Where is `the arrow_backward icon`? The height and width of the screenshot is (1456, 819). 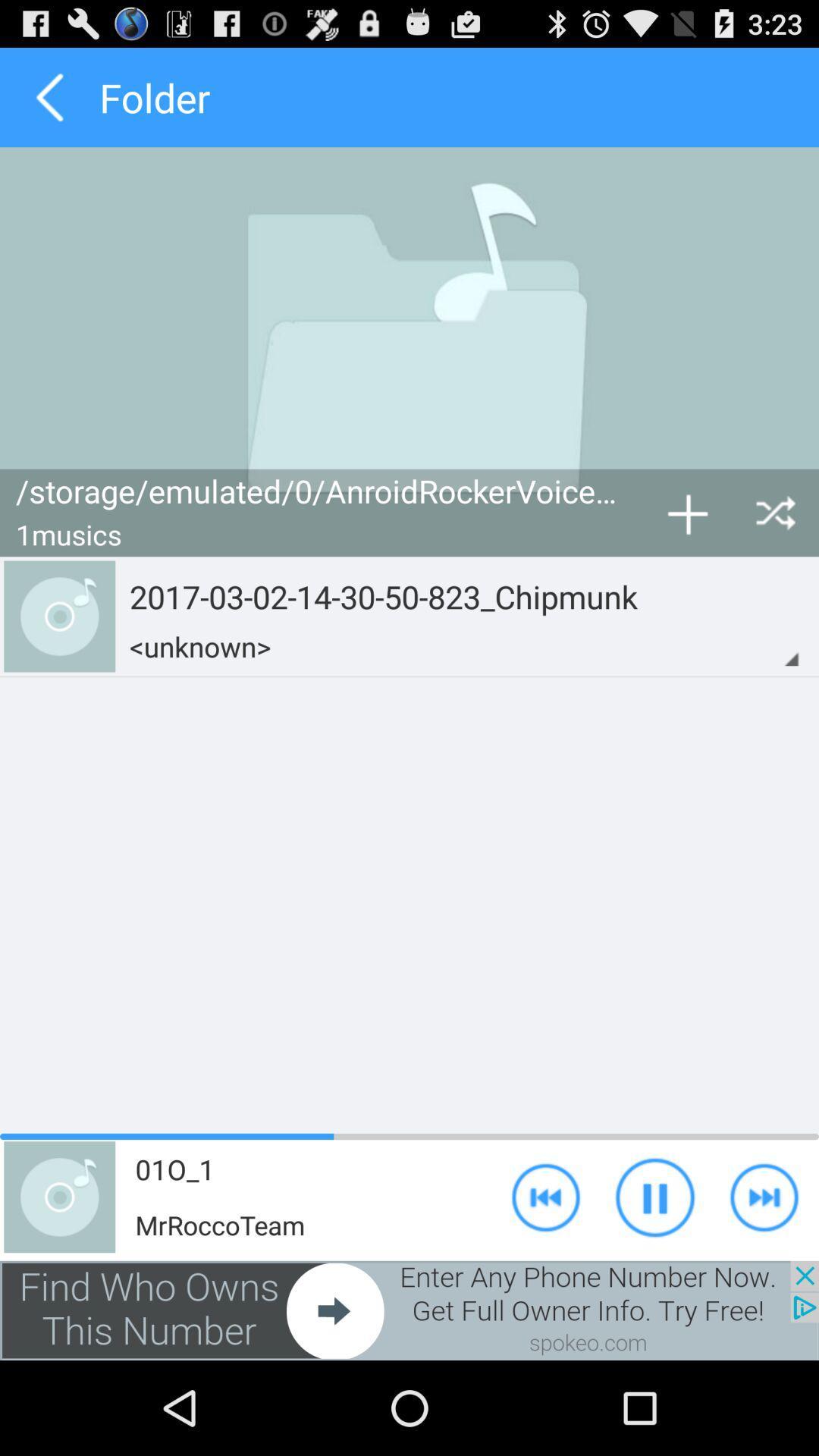 the arrow_backward icon is located at coordinates (49, 103).